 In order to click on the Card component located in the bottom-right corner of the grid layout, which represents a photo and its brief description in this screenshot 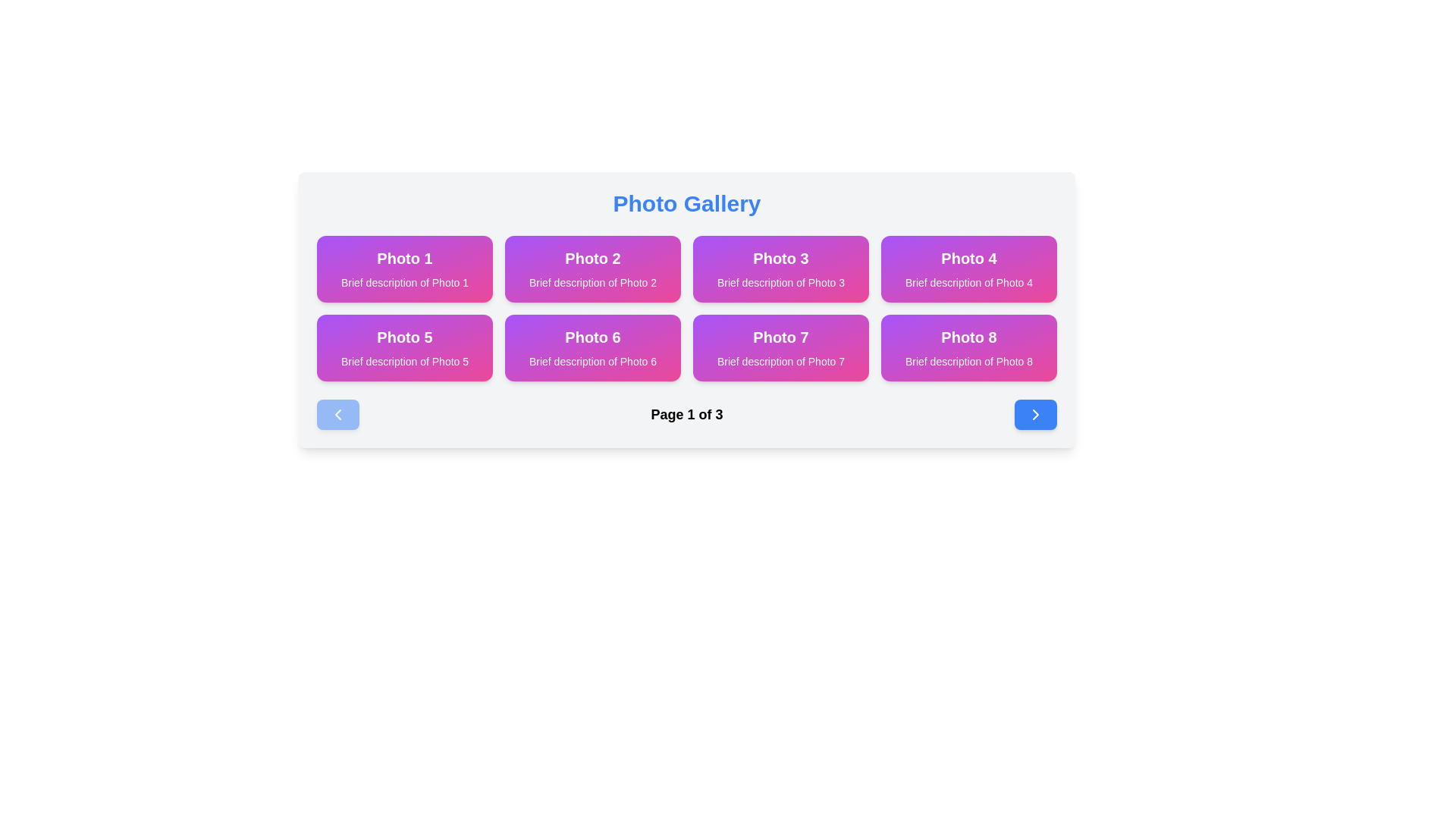, I will do `click(968, 348)`.